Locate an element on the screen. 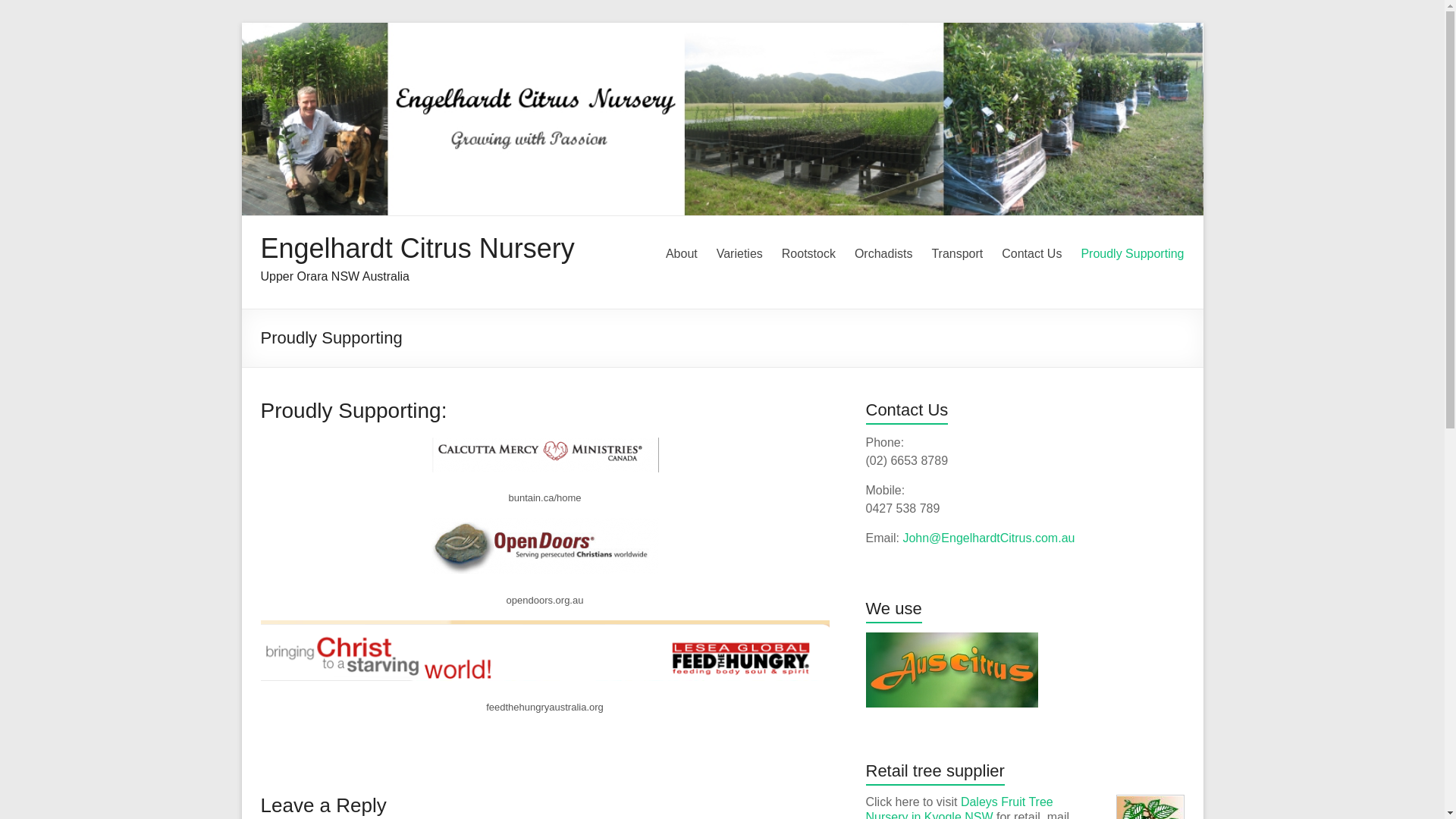 This screenshot has width=1456, height=819. 'Engelhardt Citrus Nursery' is located at coordinates (418, 247).